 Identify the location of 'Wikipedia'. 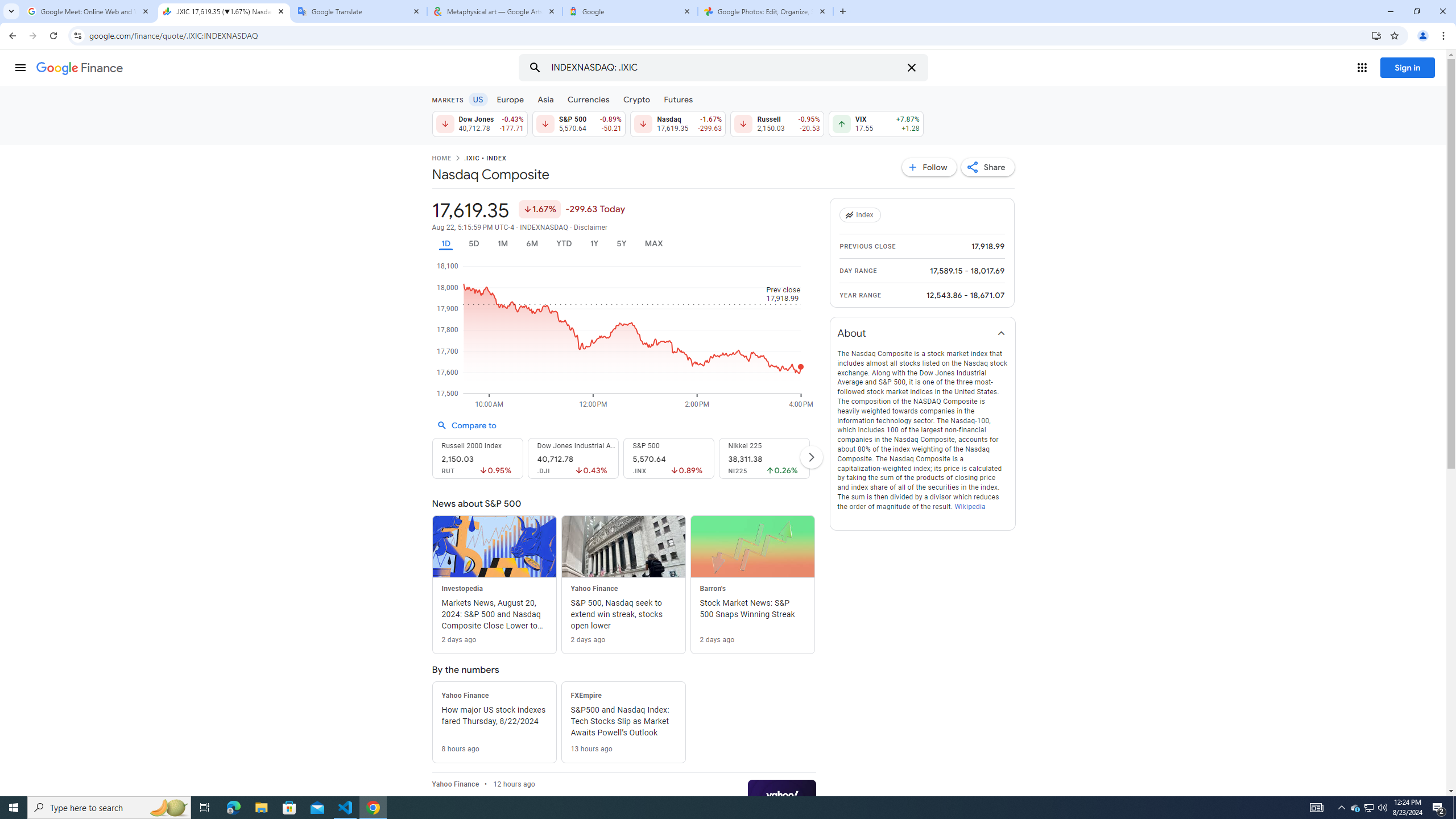
(969, 506).